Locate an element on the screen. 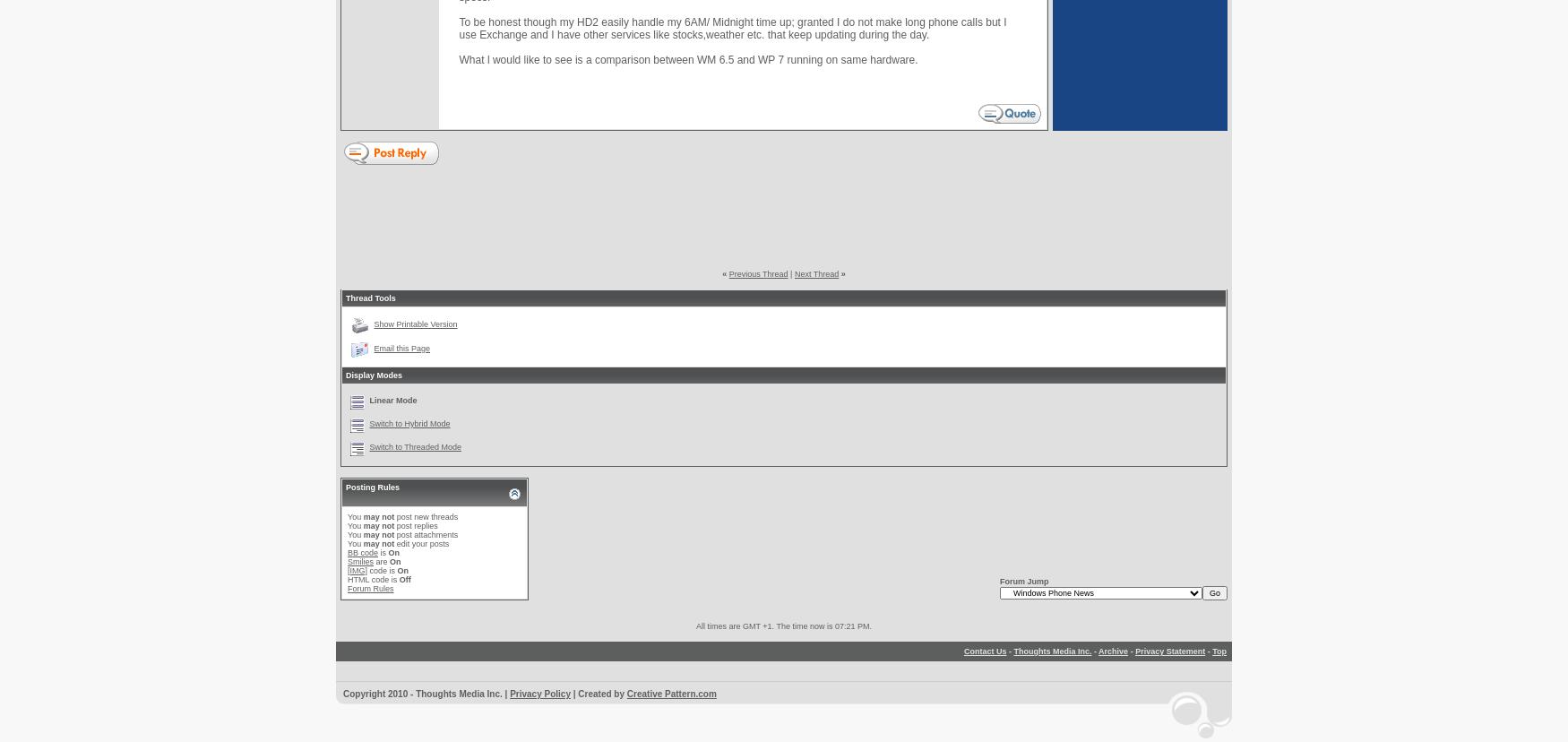  'edit your posts' is located at coordinates (393, 543).